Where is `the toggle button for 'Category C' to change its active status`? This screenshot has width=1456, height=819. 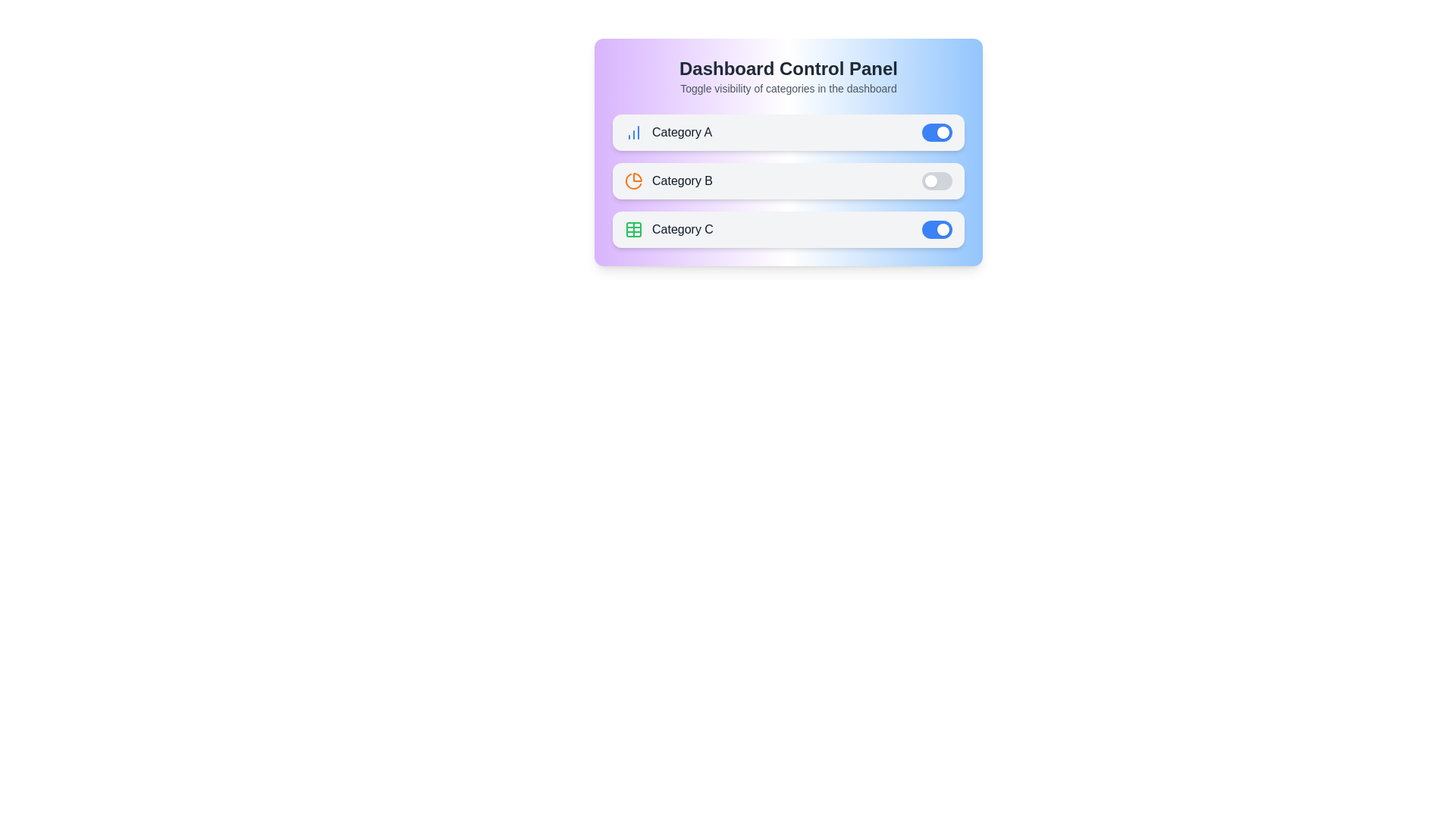 the toggle button for 'Category C' to change its active status is located at coordinates (937, 230).